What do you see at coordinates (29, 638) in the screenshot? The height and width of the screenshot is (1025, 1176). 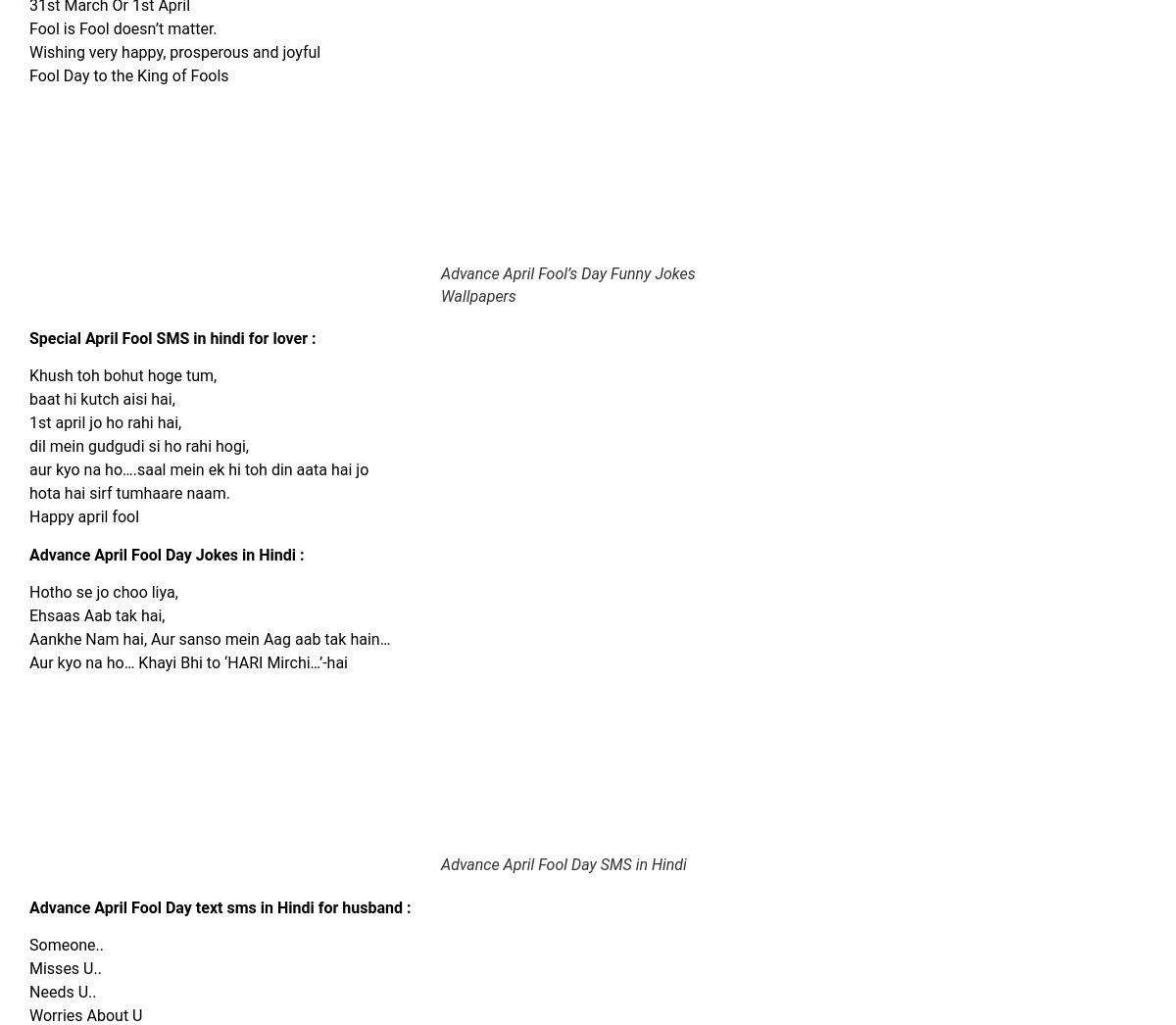 I see `'Aankhe Nam hai, Aur sanso mein Aag aab tak hain…'` at bounding box center [29, 638].